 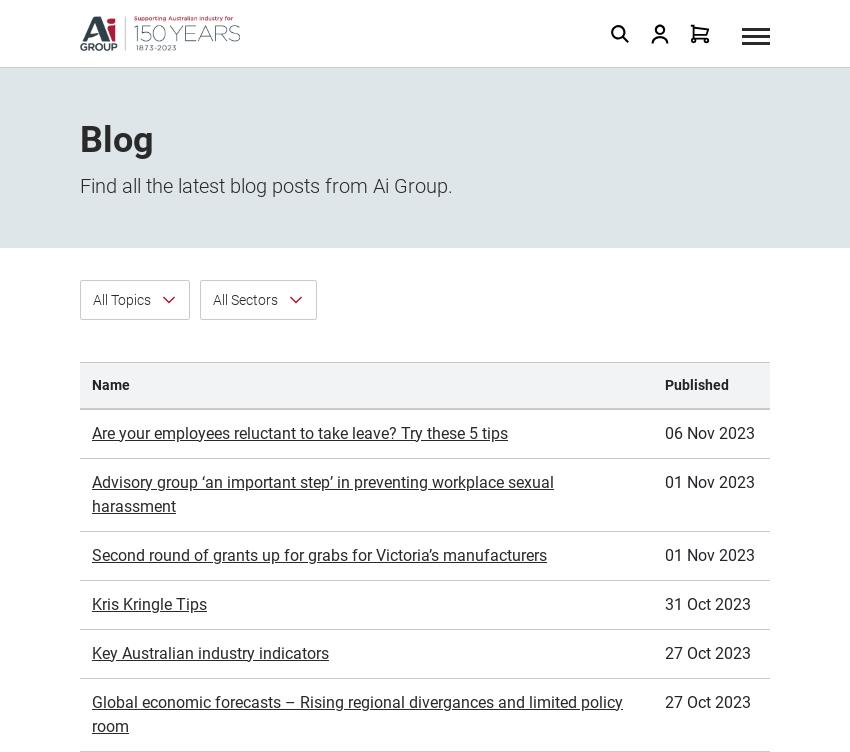 What do you see at coordinates (245, 76) in the screenshot?
I see `'All Sectors'` at bounding box center [245, 76].